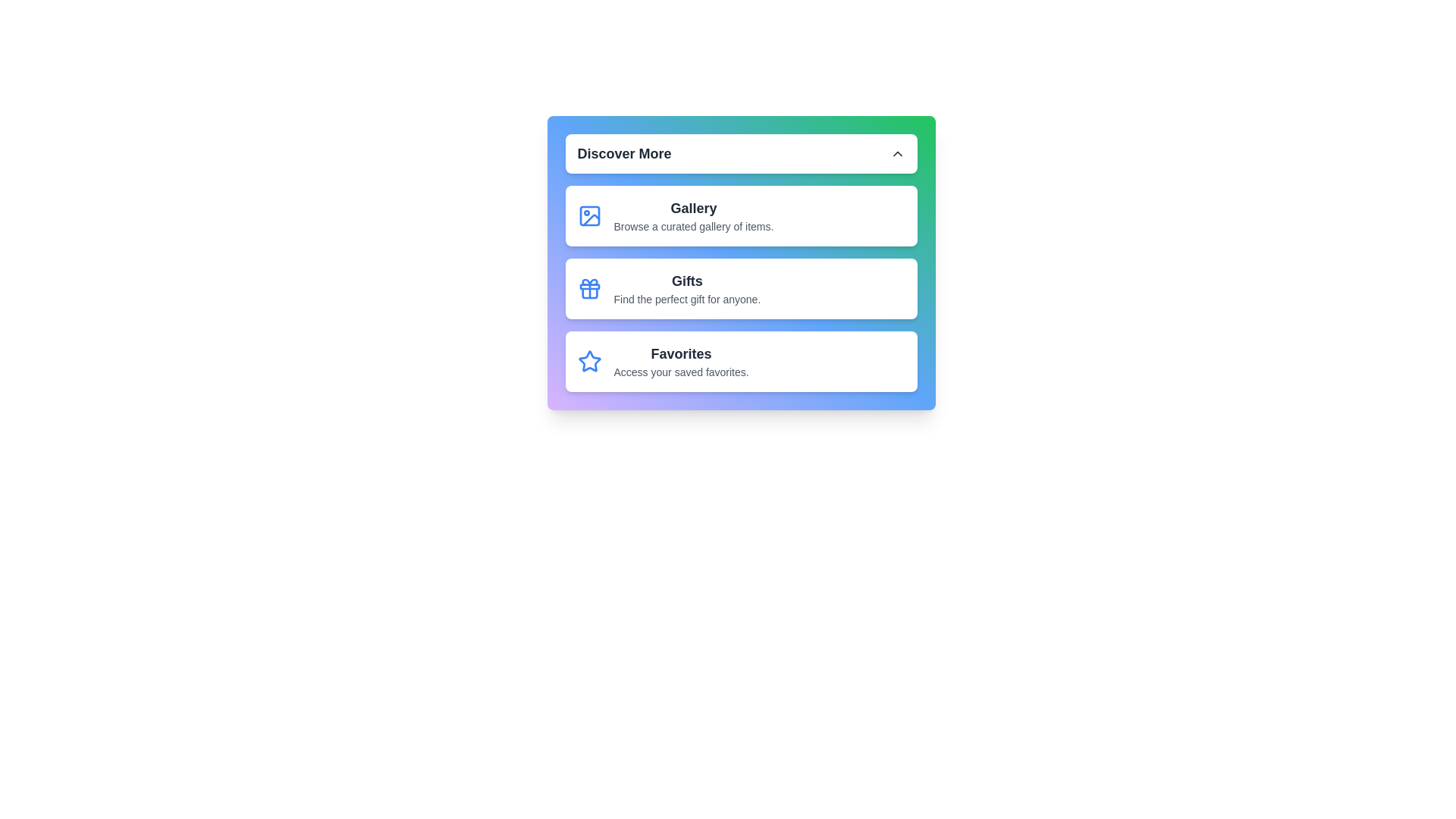  What do you see at coordinates (613, 343) in the screenshot?
I see `the text content of the menu item Favorites` at bounding box center [613, 343].